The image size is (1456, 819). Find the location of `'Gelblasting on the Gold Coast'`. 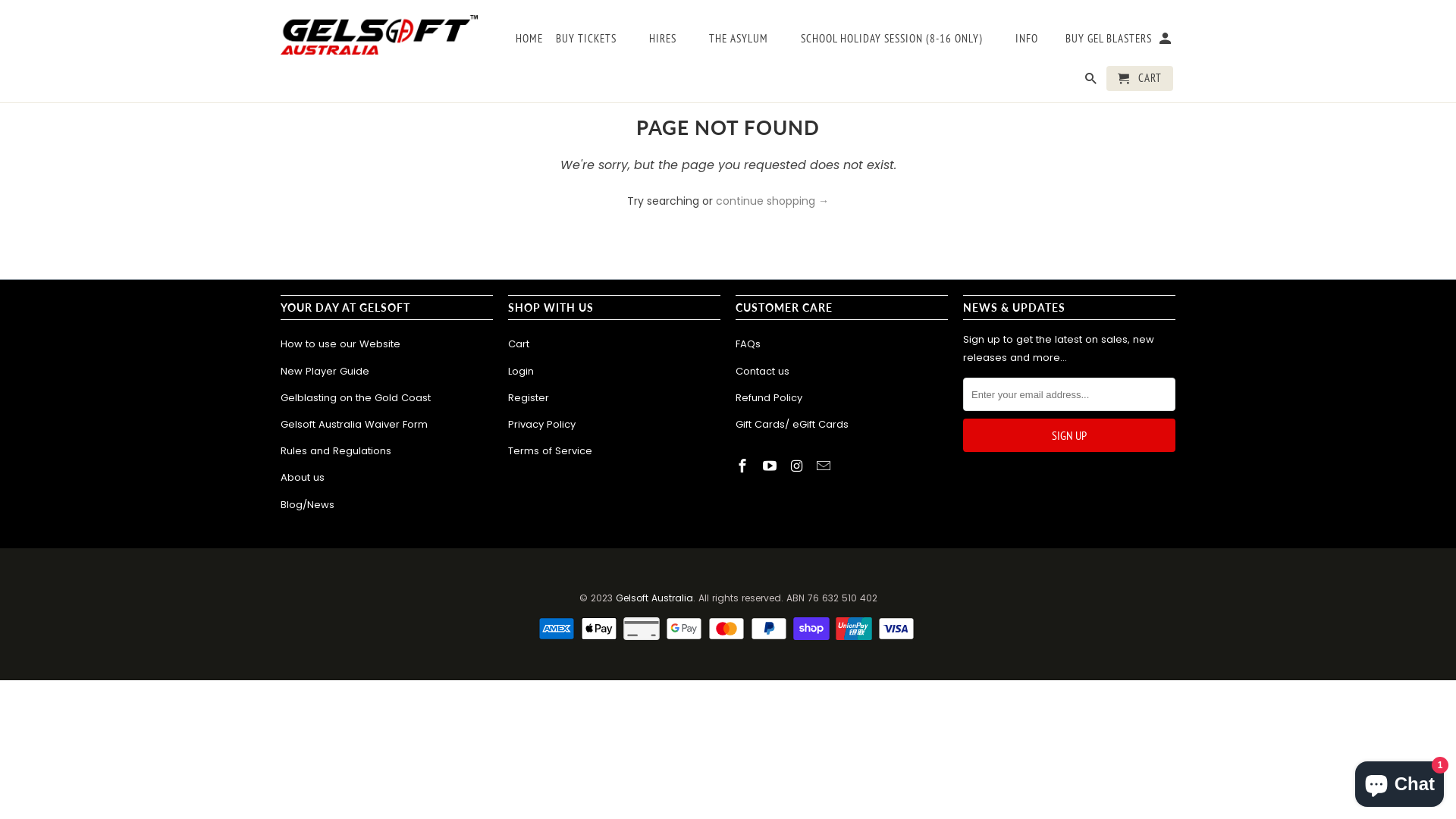

'Gelblasting on the Gold Coast' is located at coordinates (280, 397).